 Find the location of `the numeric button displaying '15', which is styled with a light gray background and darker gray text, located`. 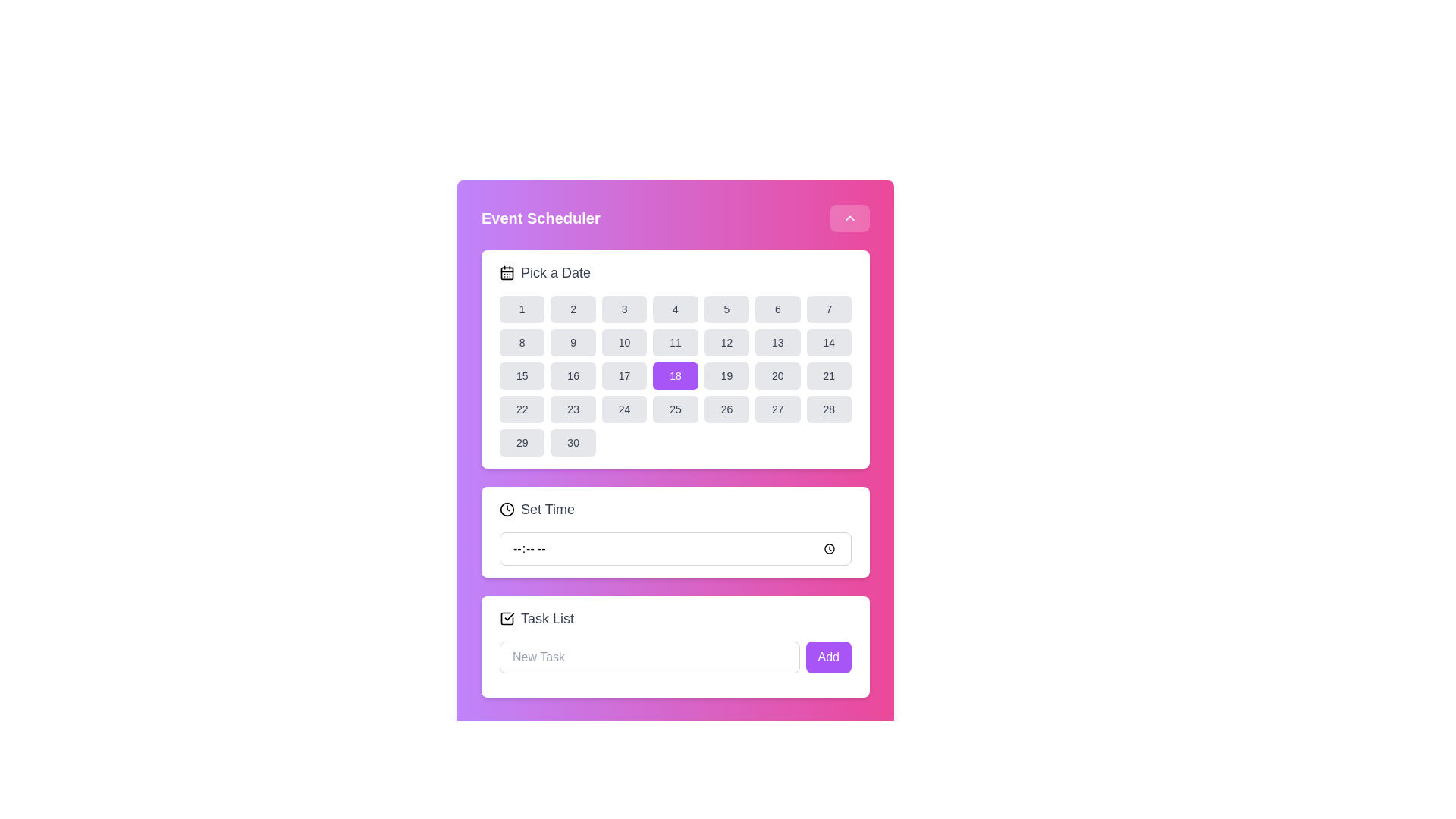

the numeric button displaying '15', which is styled with a light gray background and darker gray text, located is located at coordinates (522, 375).